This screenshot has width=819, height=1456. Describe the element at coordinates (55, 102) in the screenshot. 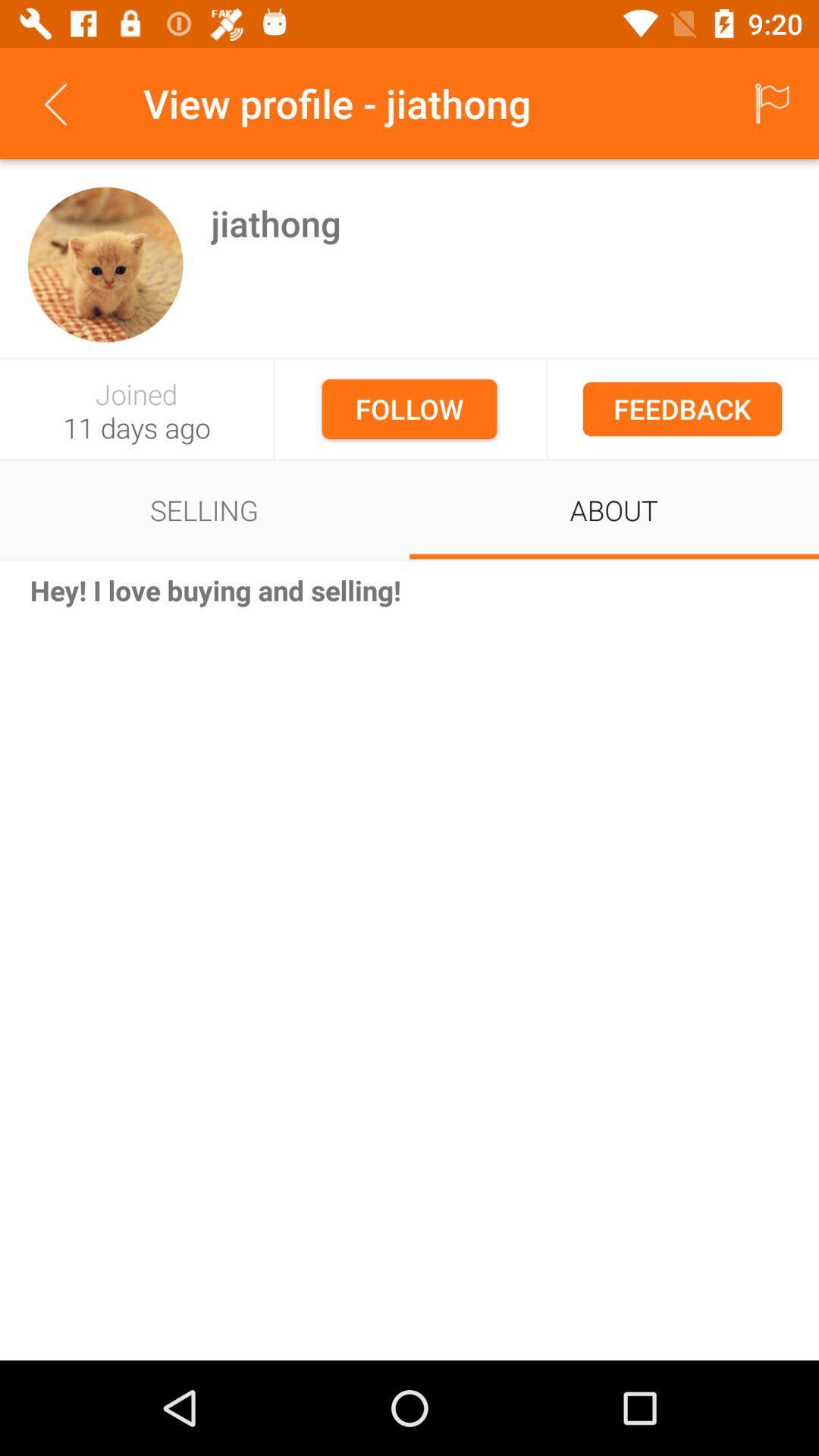

I see `item to the left of the view profile - jiathong` at that location.